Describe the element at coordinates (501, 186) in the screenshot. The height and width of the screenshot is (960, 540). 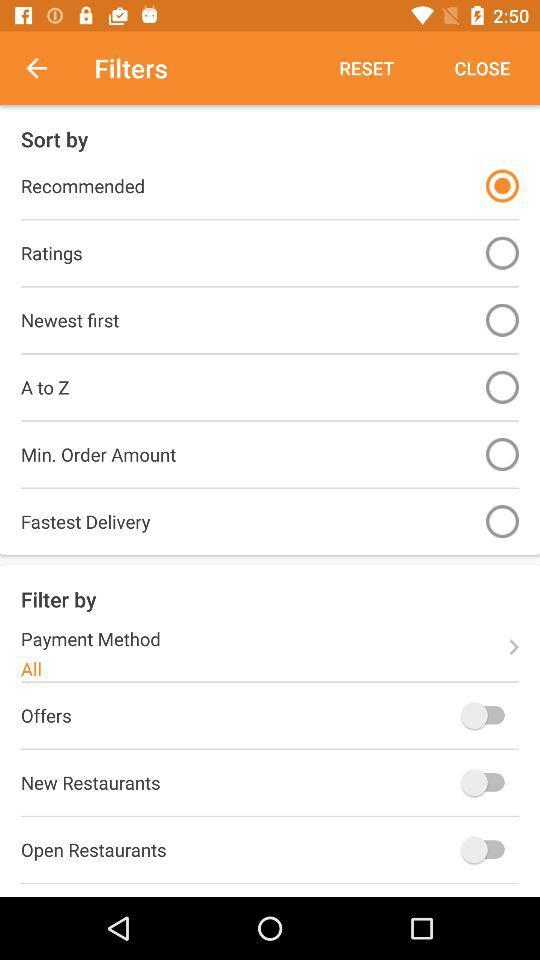
I see `the item next to recommended icon` at that location.